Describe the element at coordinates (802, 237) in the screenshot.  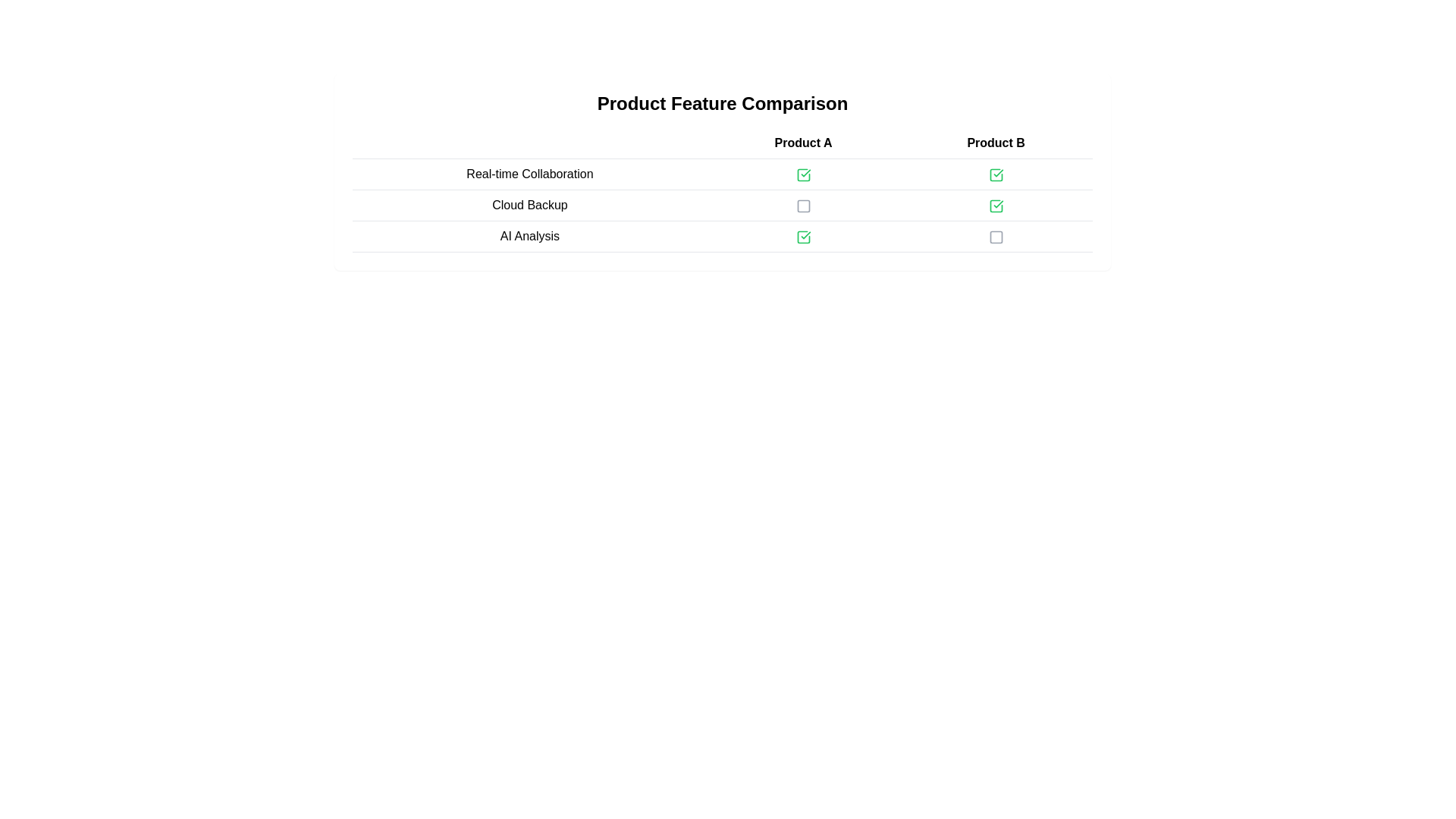
I see `the green square checkbox icon with a checkmark inside, located in the third row of the comparison table under the 'Product A' column, indicating the feature 'AI Analysis'` at that location.